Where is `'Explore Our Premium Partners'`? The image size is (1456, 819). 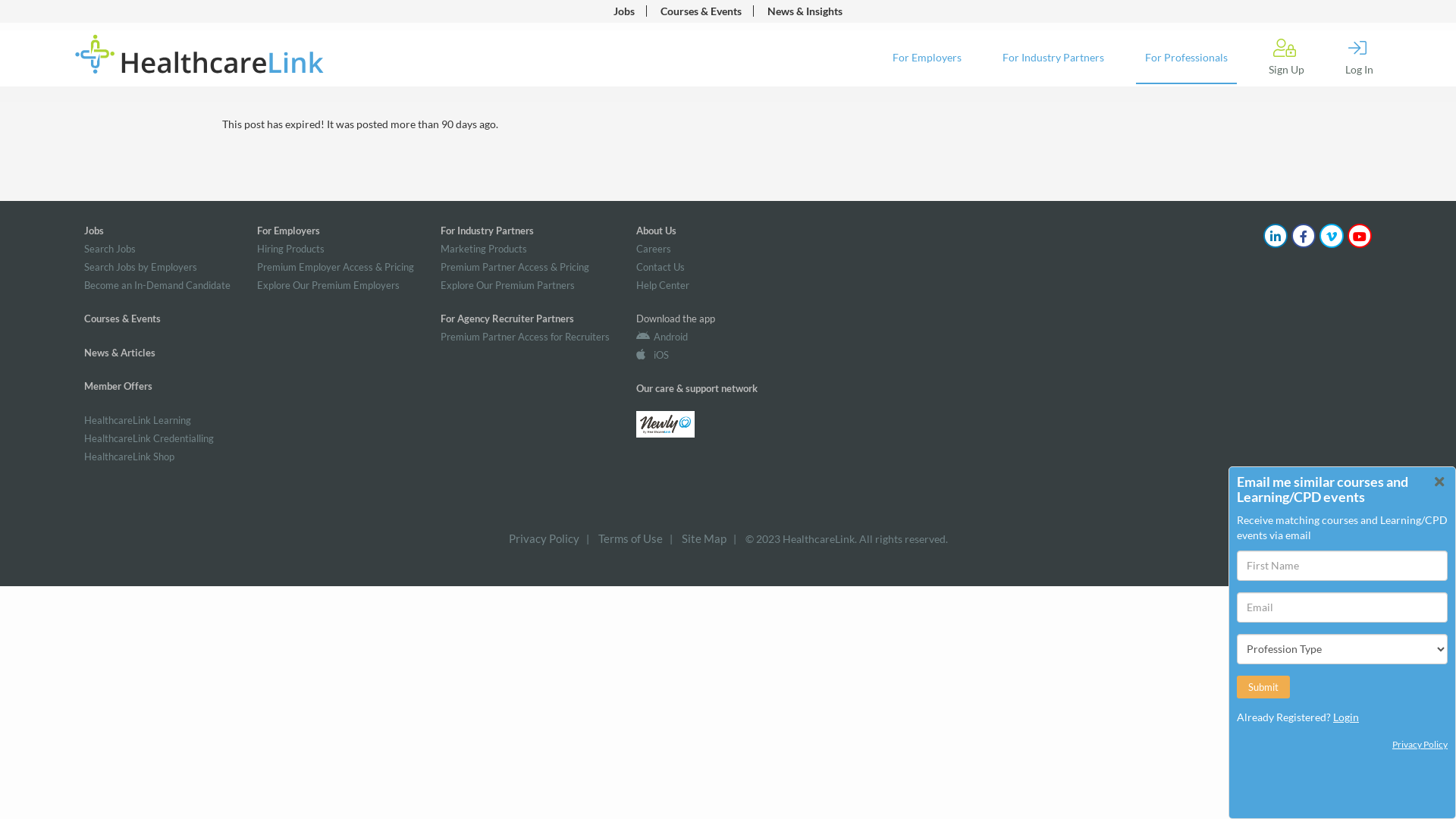
'Explore Our Premium Partners' is located at coordinates (507, 284).